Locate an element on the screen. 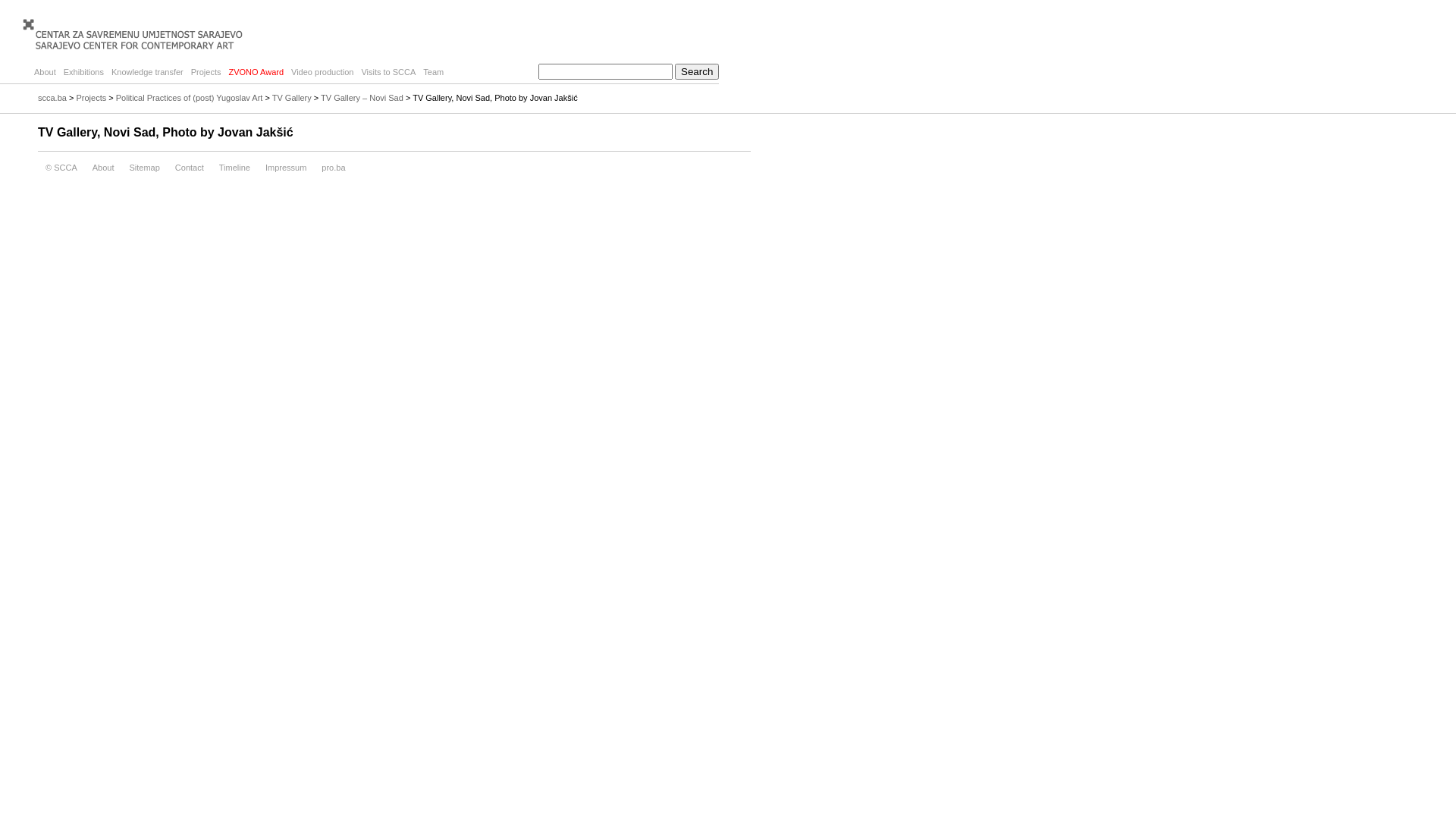 The image size is (1456, 819). 'Impressum' is located at coordinates (286, 167).